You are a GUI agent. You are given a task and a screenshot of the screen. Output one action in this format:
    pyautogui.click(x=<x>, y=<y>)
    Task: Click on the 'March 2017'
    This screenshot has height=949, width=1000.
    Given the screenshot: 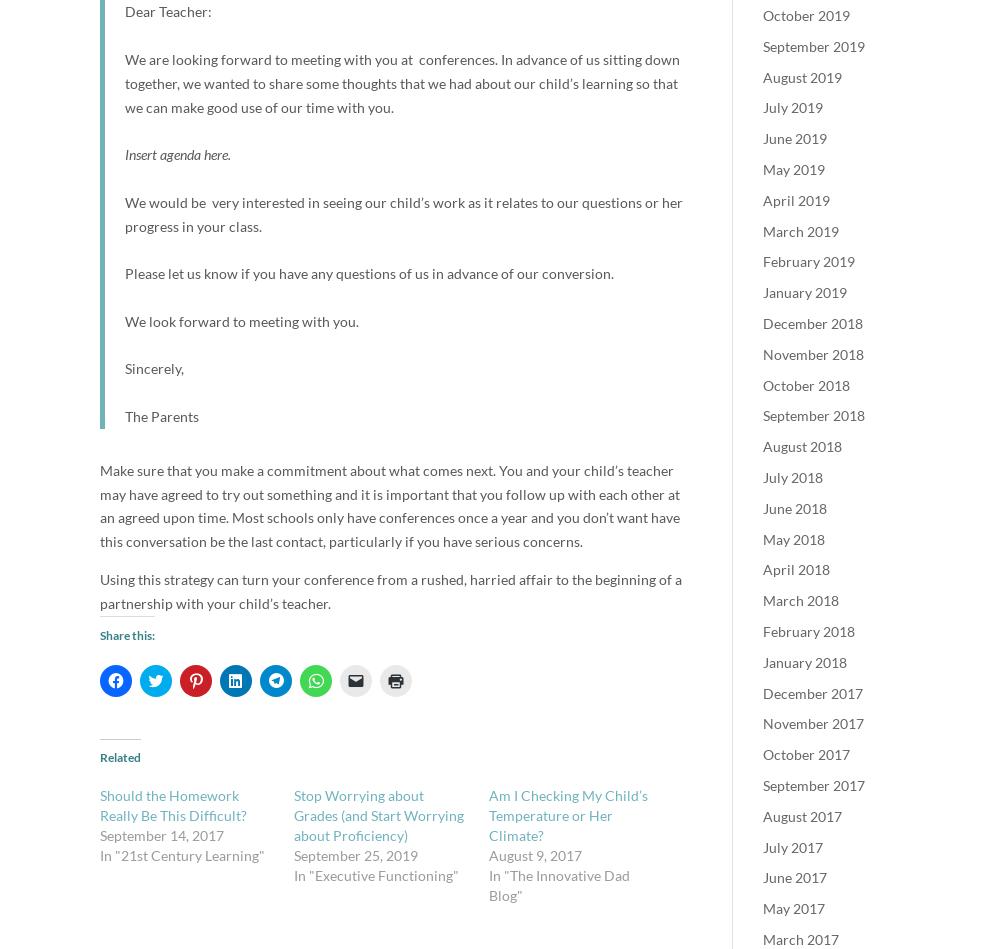 What is the action you would take?
    pyautogui.click(x=801, y=938)
    